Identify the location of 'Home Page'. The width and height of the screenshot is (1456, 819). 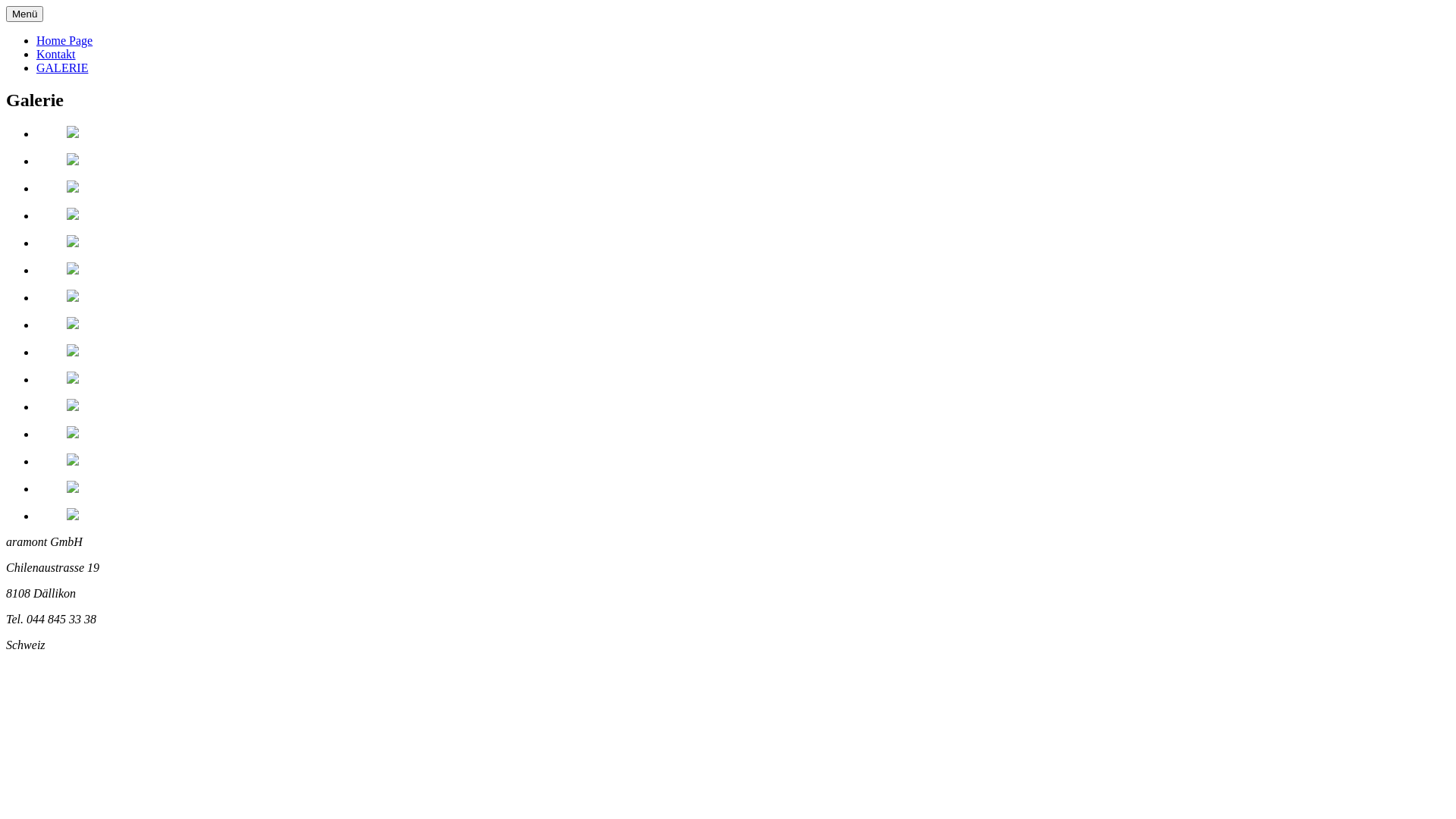
(36, 39).